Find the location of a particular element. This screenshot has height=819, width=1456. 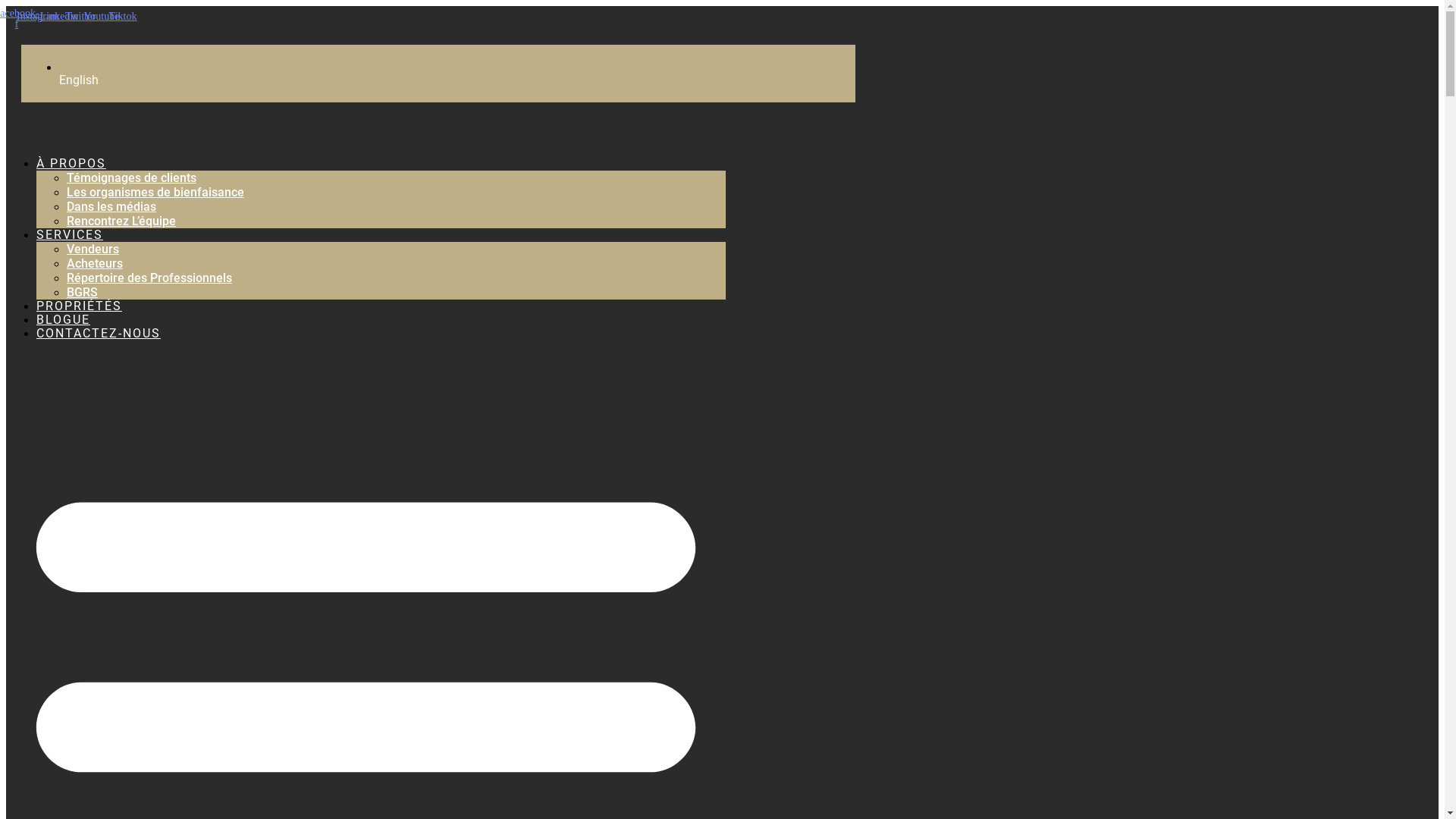

'BGRS' is located at coordinates (81, 292).